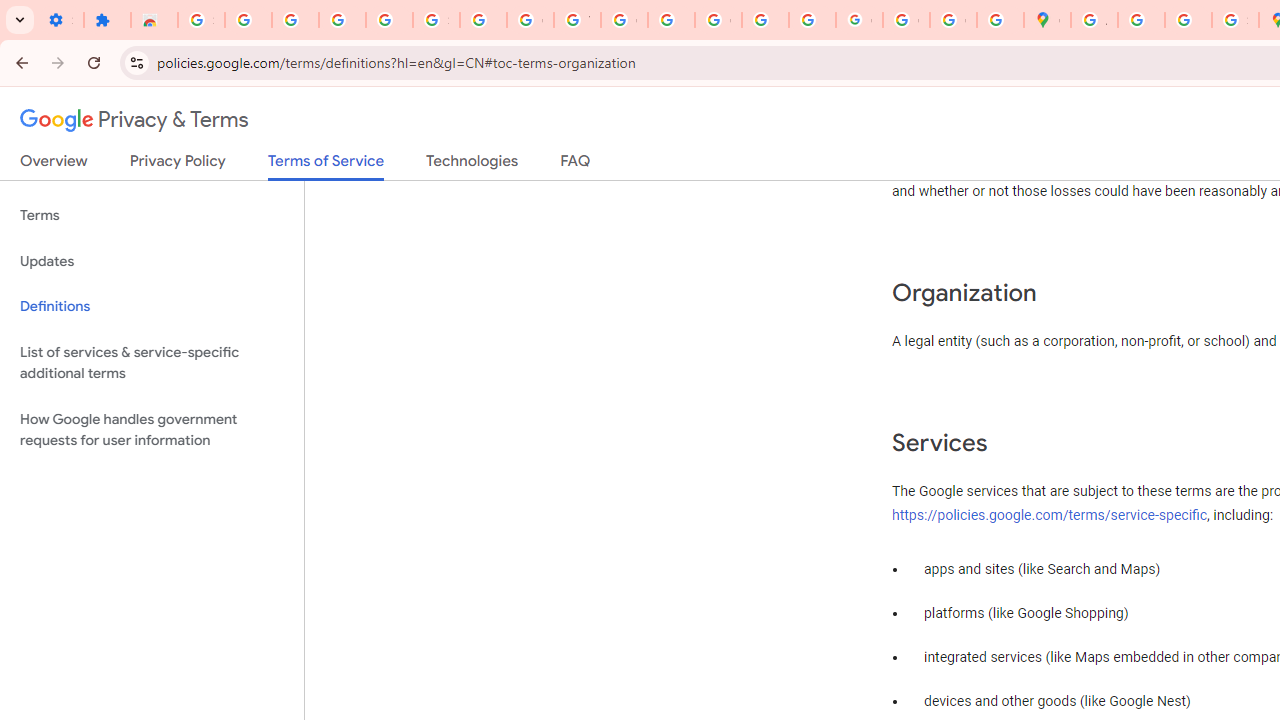 The height and width of the screenshot is (720, 1280). I want to click on 'Technologies', so click(471, 164).